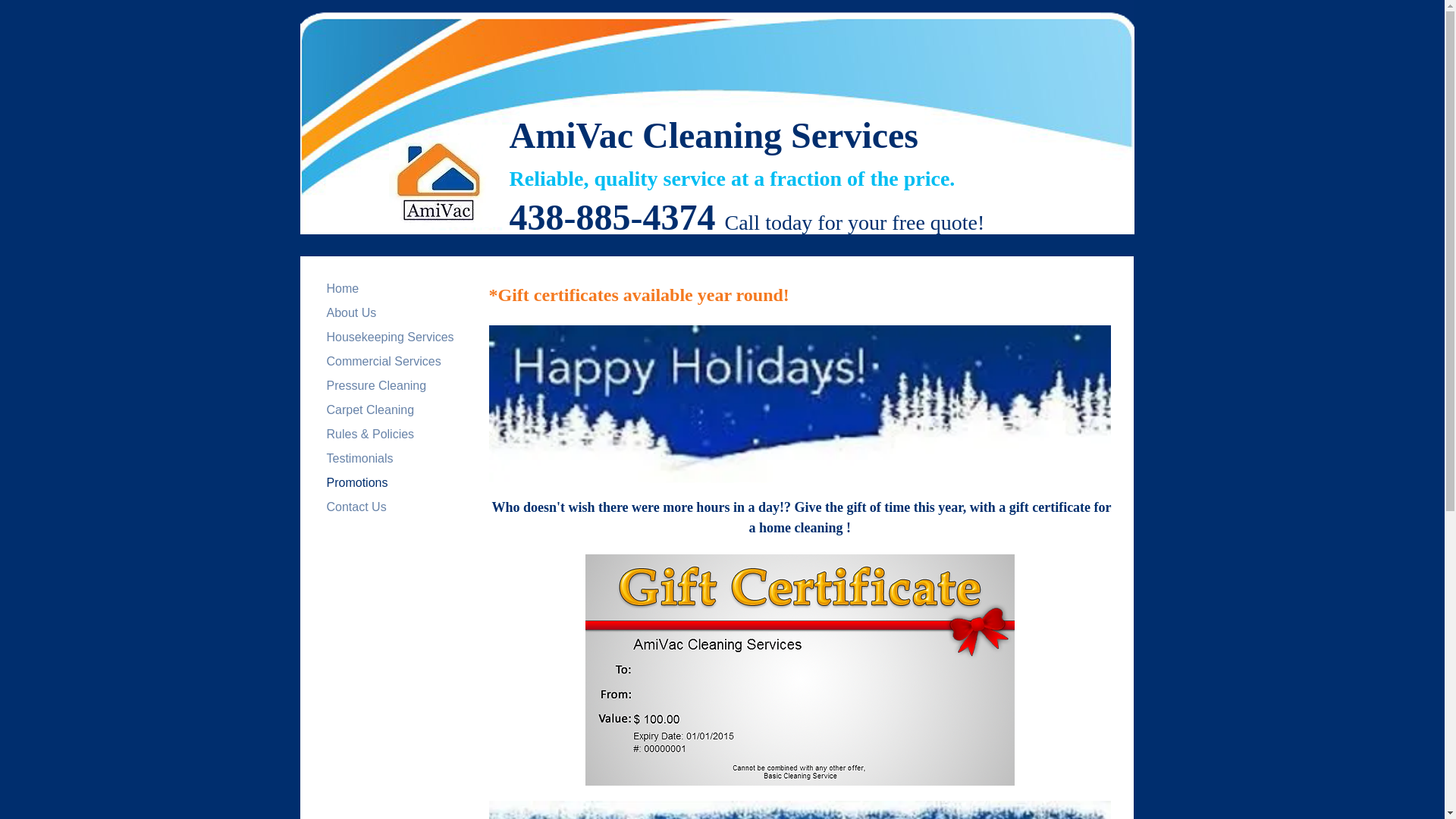 The height and width of the screenshot is (819, 1456). Describe the element at coordinates (356, 482) in the screenshot. I see `'Promotions'` at that location.